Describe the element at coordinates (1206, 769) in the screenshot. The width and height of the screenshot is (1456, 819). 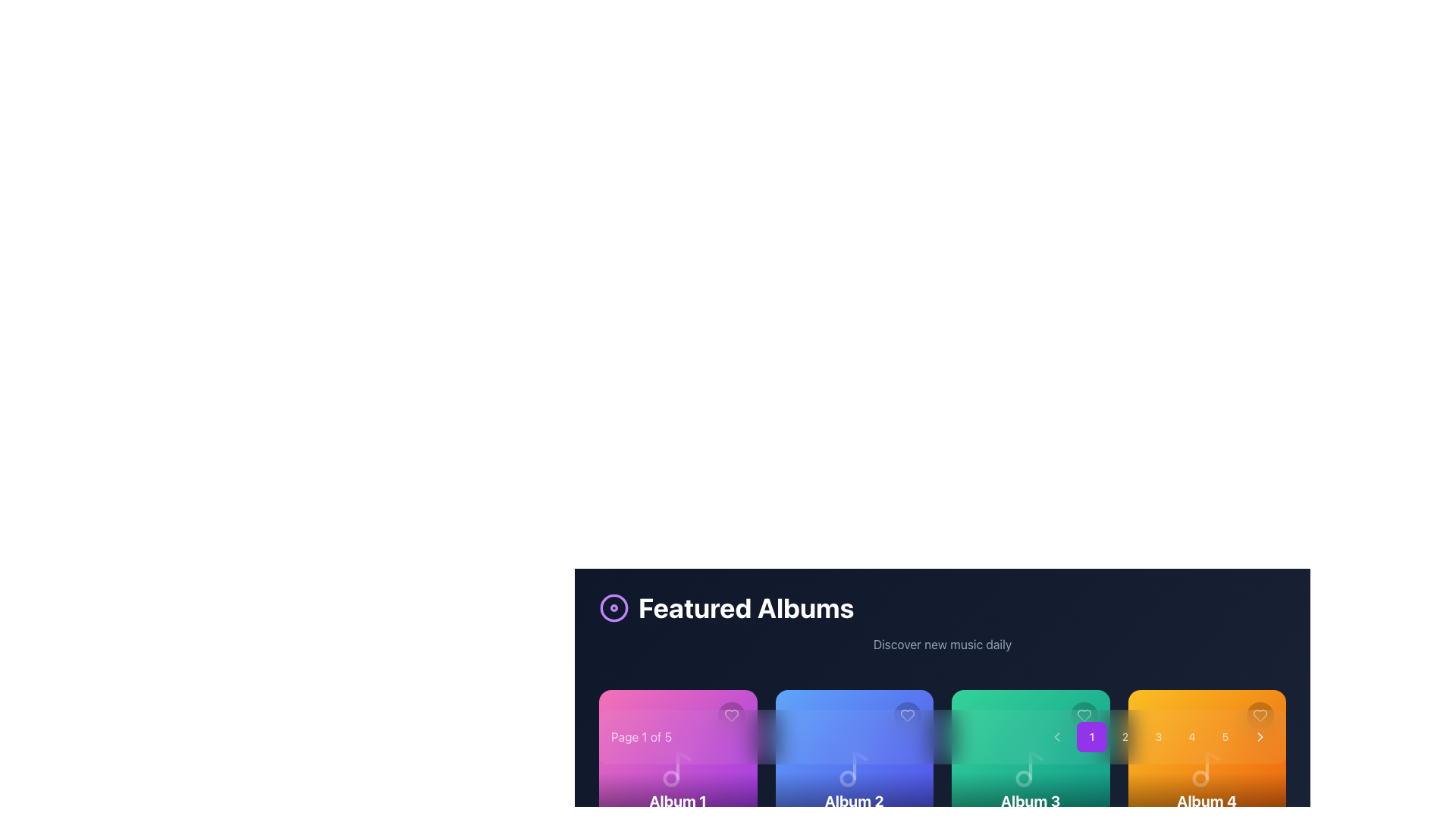
I see `the music album icon representing 'Album 4'` at that location.